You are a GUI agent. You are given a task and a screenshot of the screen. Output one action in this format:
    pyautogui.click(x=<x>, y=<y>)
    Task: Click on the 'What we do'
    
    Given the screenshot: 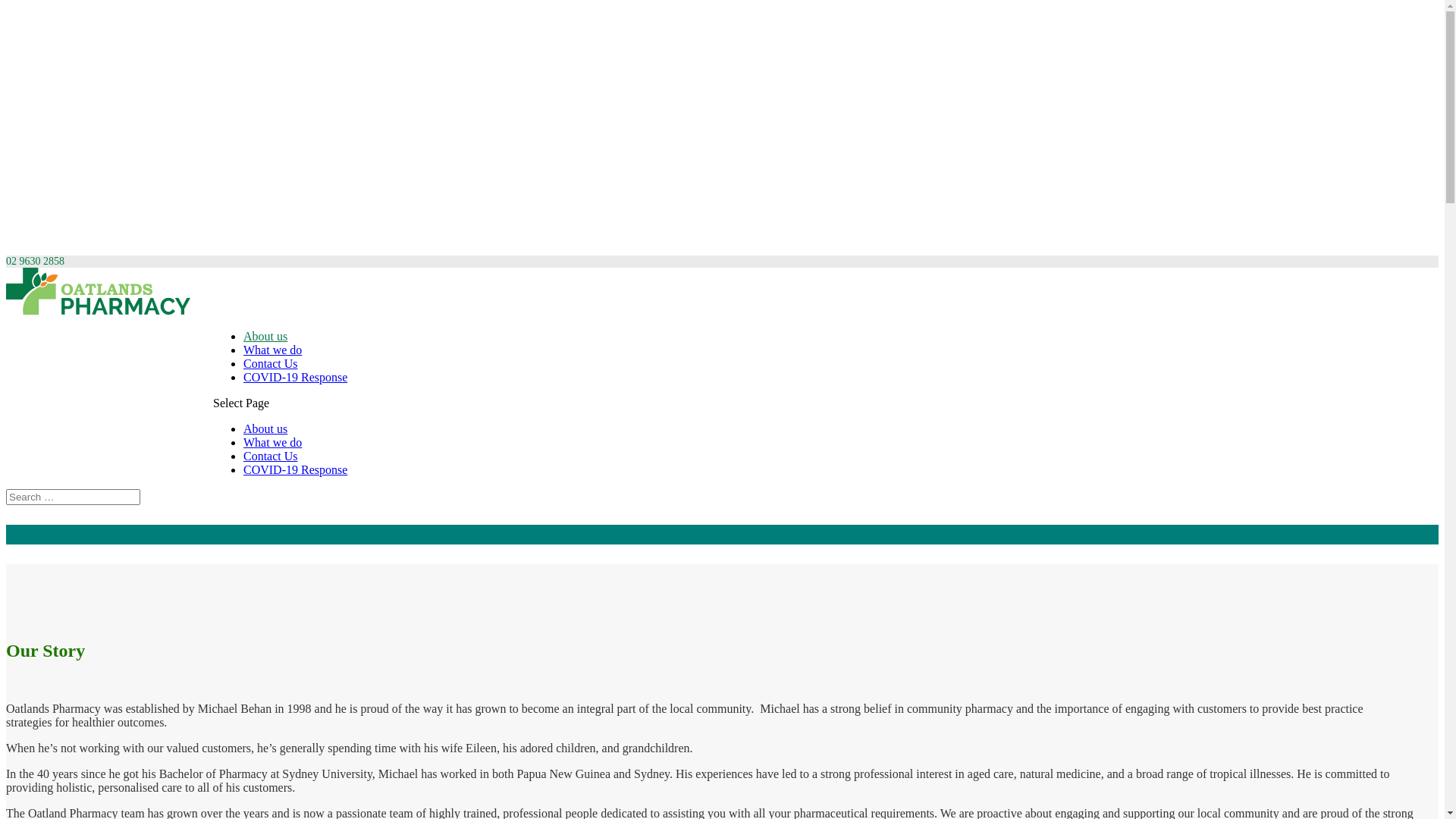 What is the action you would take?
    pyautogui.click(x=272, y=442)
    